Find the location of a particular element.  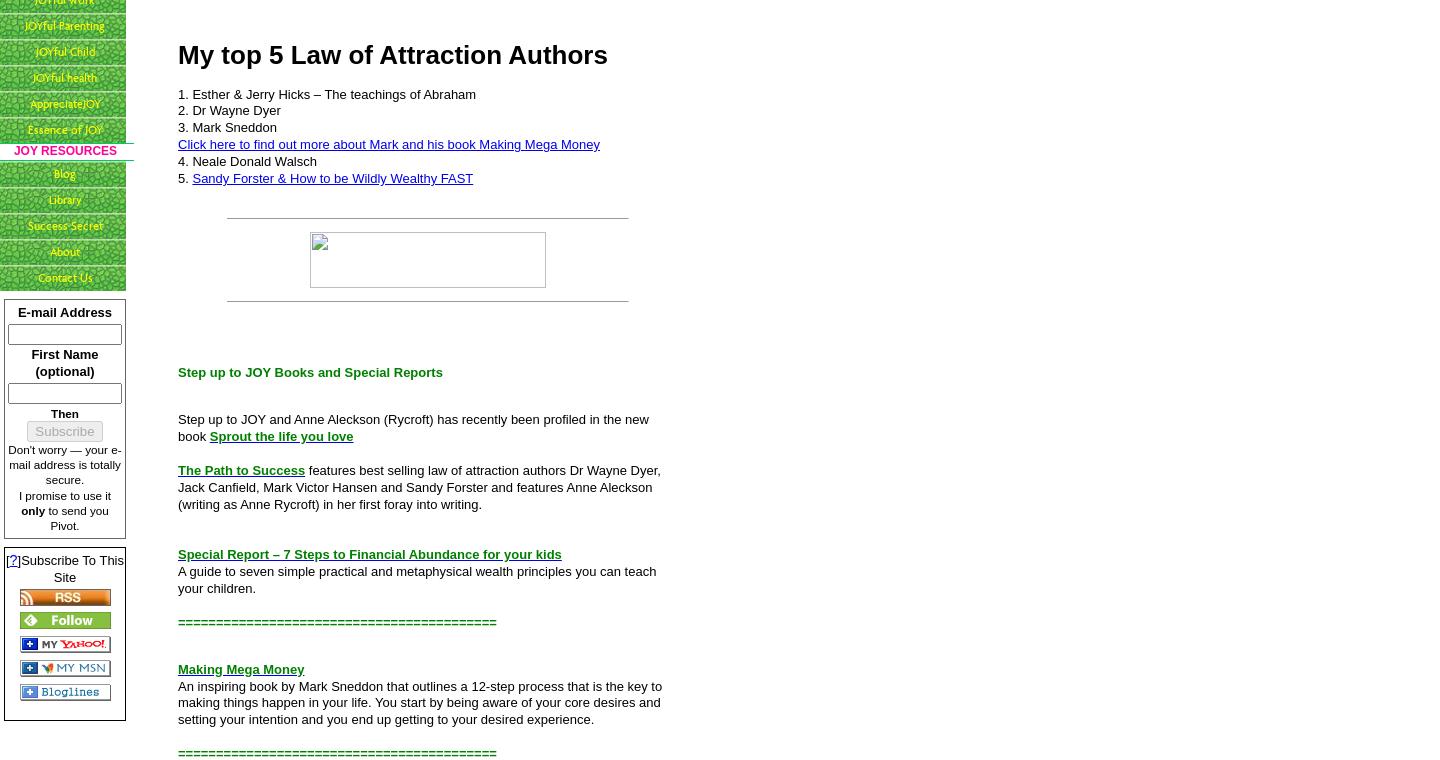

'Blog' is located at coordinates (64, 173).